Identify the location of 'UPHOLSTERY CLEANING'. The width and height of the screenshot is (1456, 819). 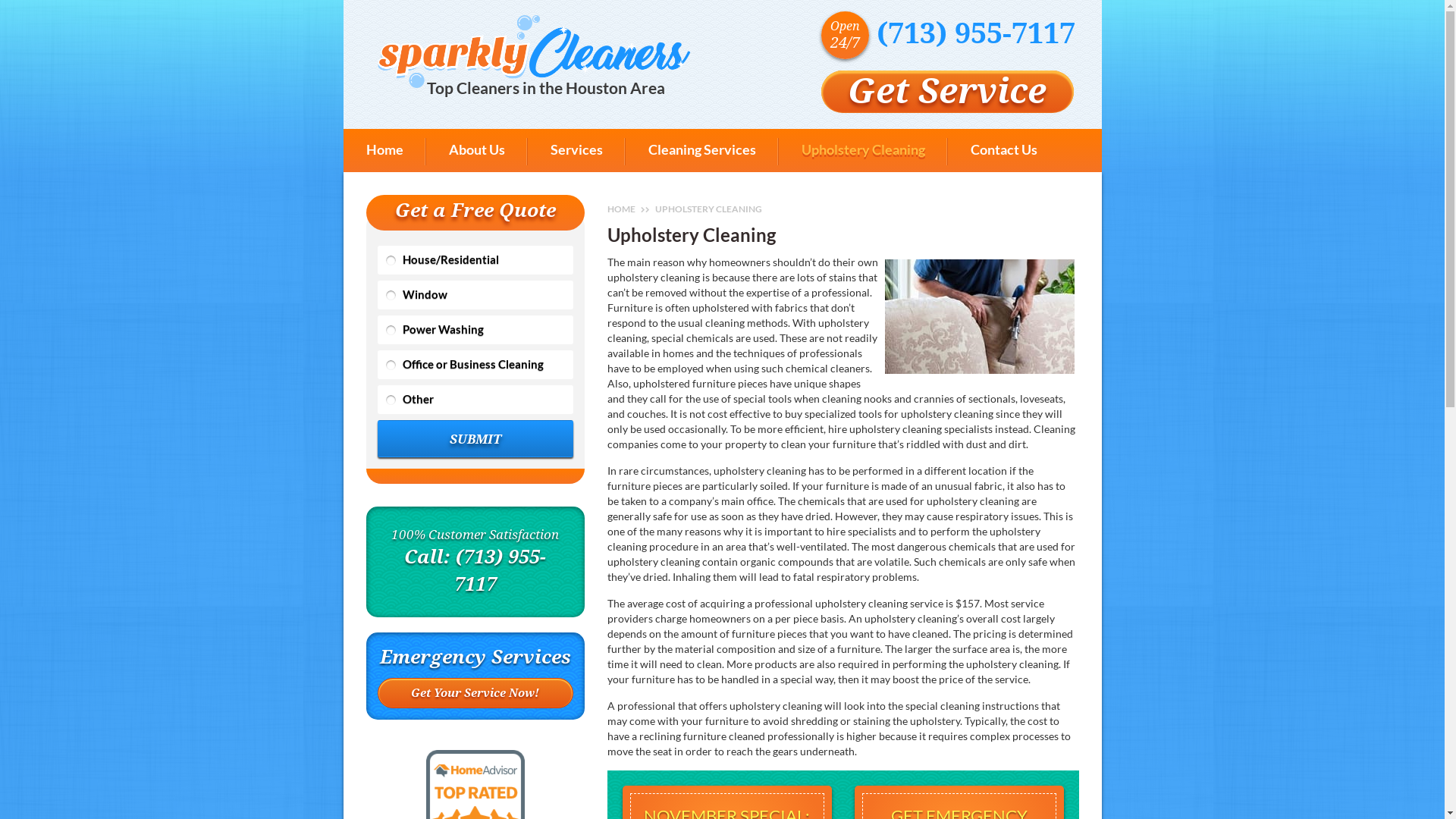
(708, 209).